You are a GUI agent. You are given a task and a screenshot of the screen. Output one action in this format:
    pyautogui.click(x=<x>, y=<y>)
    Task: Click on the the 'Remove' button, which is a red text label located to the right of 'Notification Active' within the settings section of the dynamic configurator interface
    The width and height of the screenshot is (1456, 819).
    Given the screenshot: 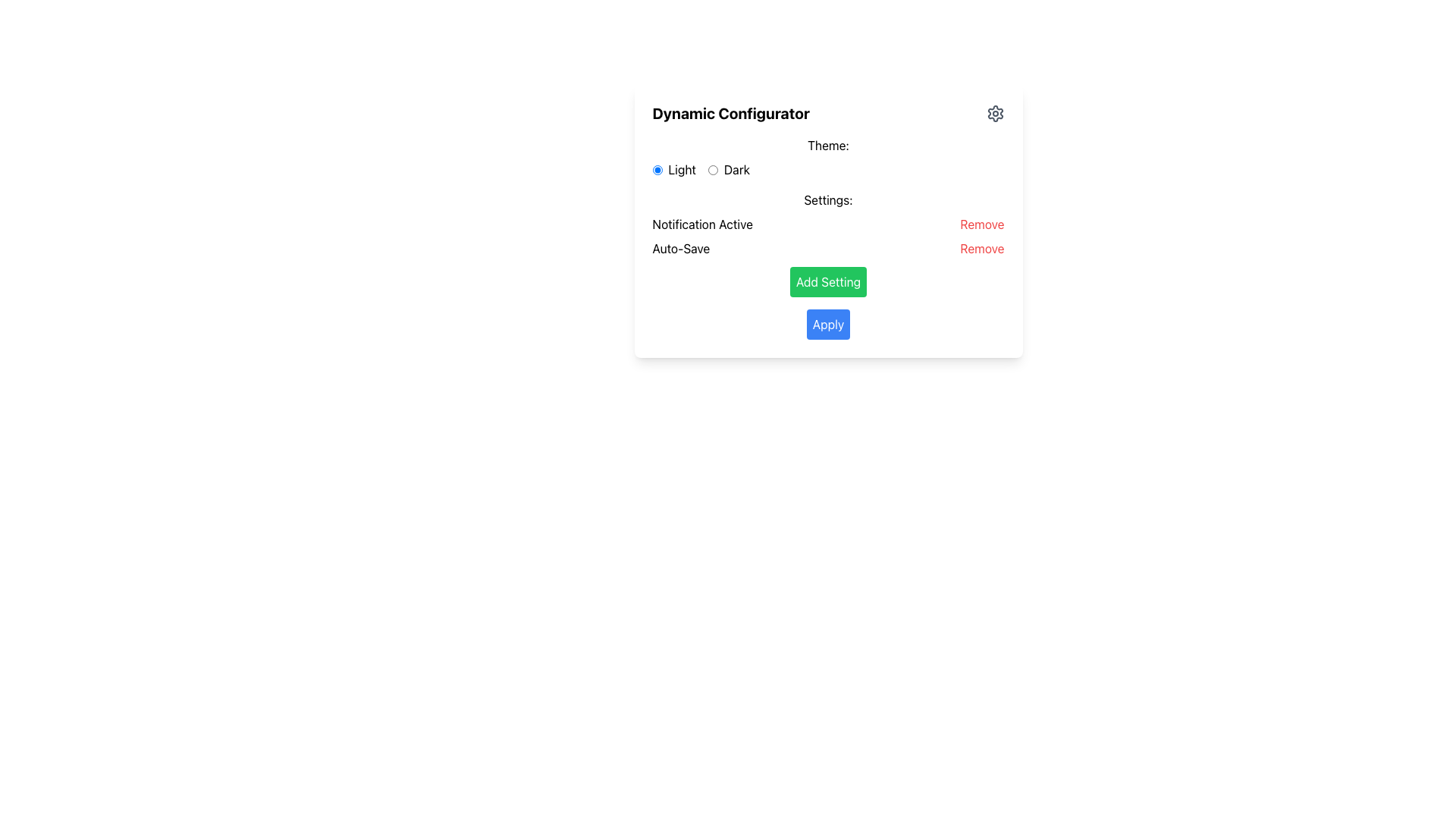 What is the action you would take?
    pyautogui.click(x=982, y=224)
    